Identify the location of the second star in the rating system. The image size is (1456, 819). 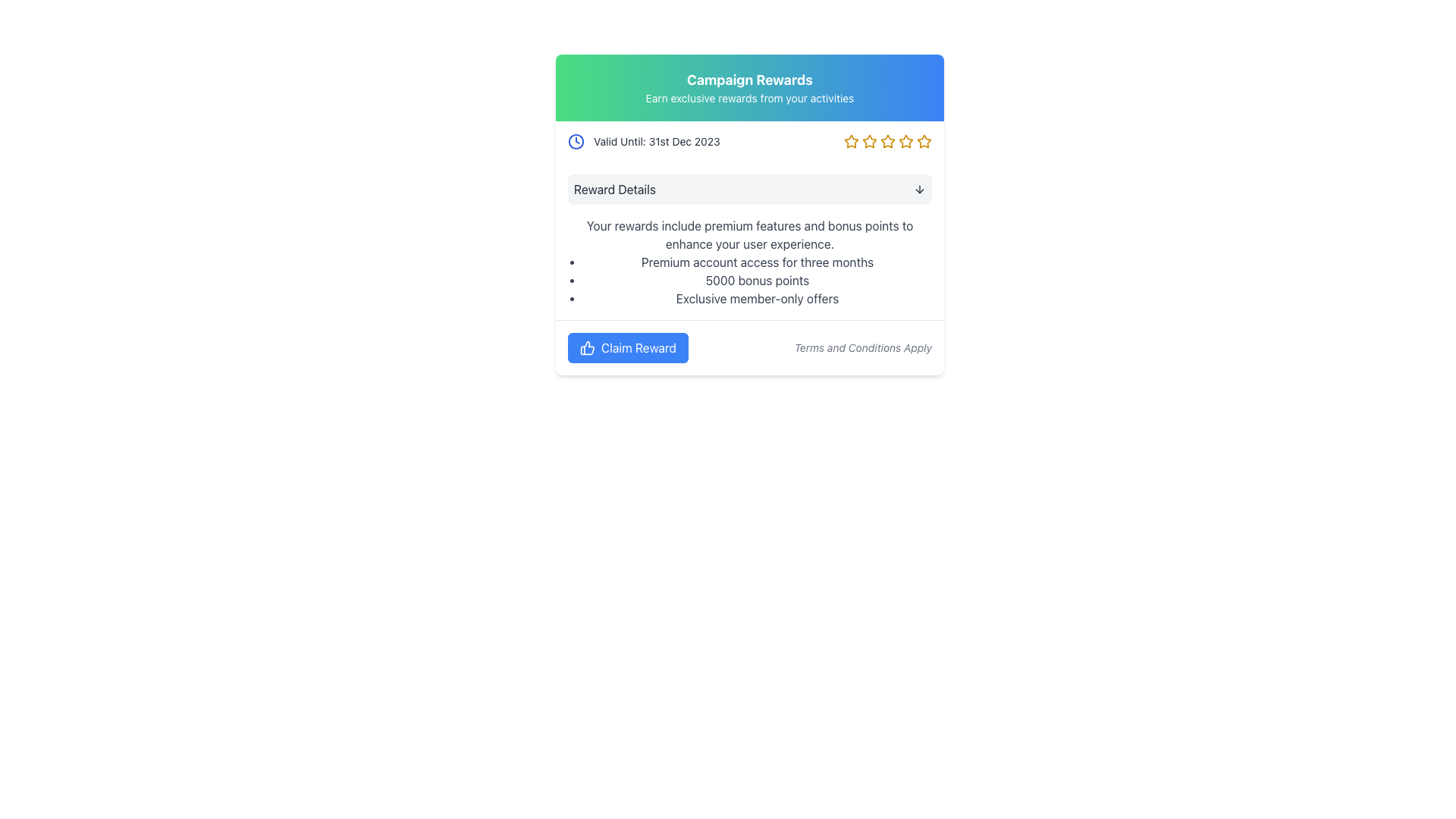
(869, 140).